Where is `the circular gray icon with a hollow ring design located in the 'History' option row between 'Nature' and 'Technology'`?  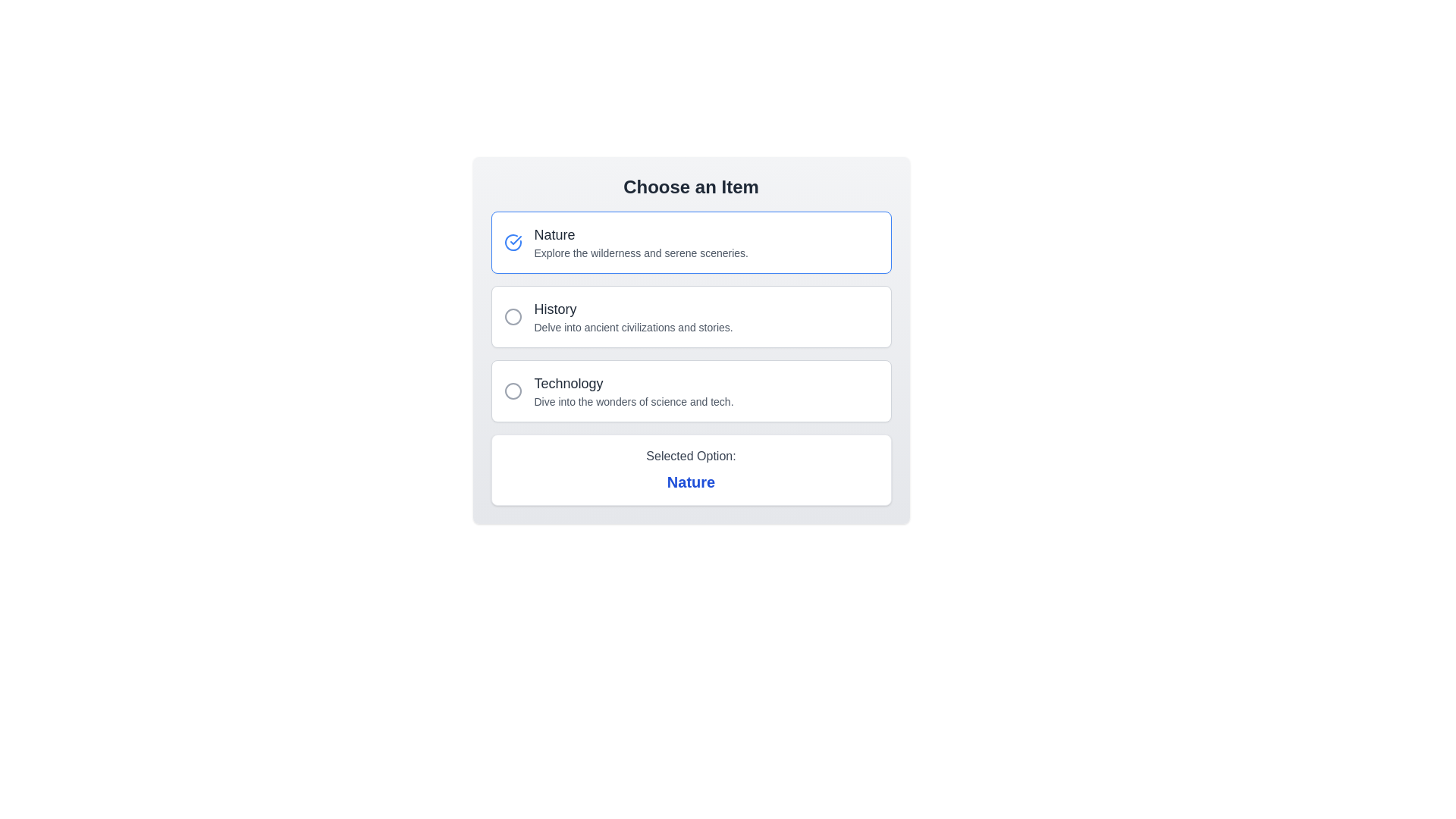
the circular gray icon with a hollow ring design located in the 'History' option row between 'Nature' and 'Technology' is located at coordinates (513, 315).